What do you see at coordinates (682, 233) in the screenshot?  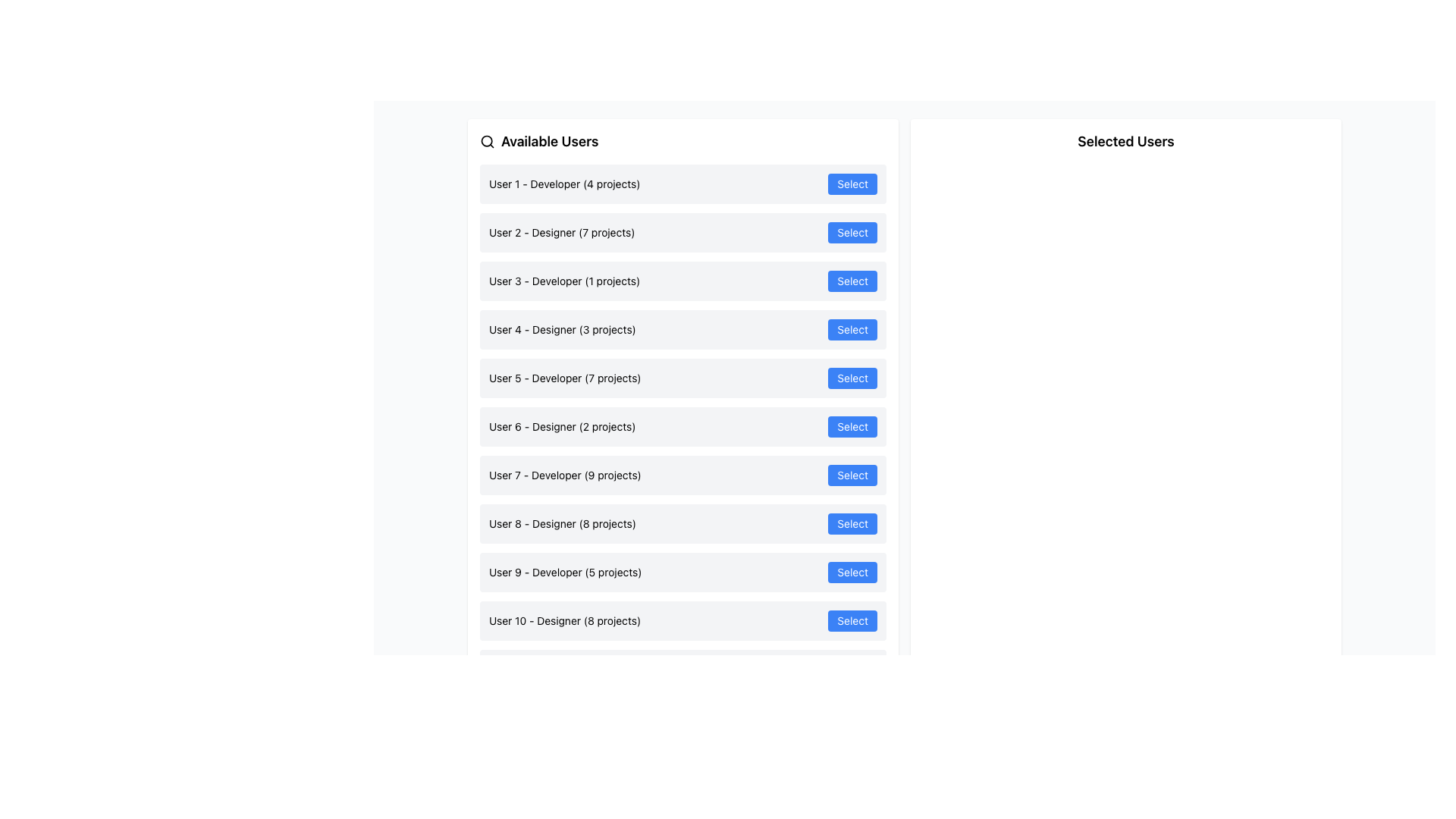 I see `the second List Item displaying information about 'User 2'` at bounding box center [682, 233].